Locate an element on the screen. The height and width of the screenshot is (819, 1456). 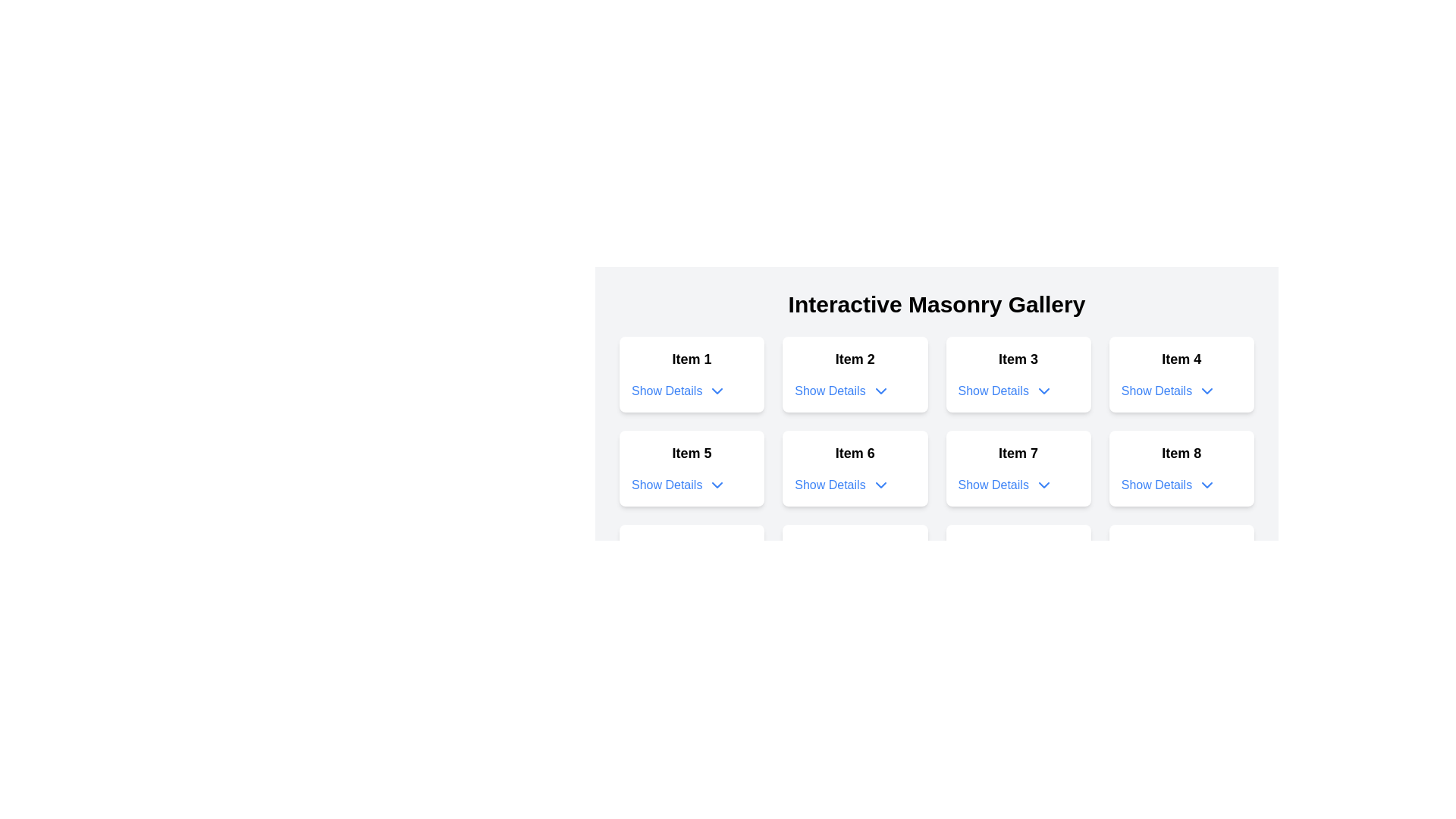
the chevron icon located to the right of the 'Show Details' link in the 'Item 2' card of the 'Interactive Masonry Gallery' is located at coordinates (880, 391).